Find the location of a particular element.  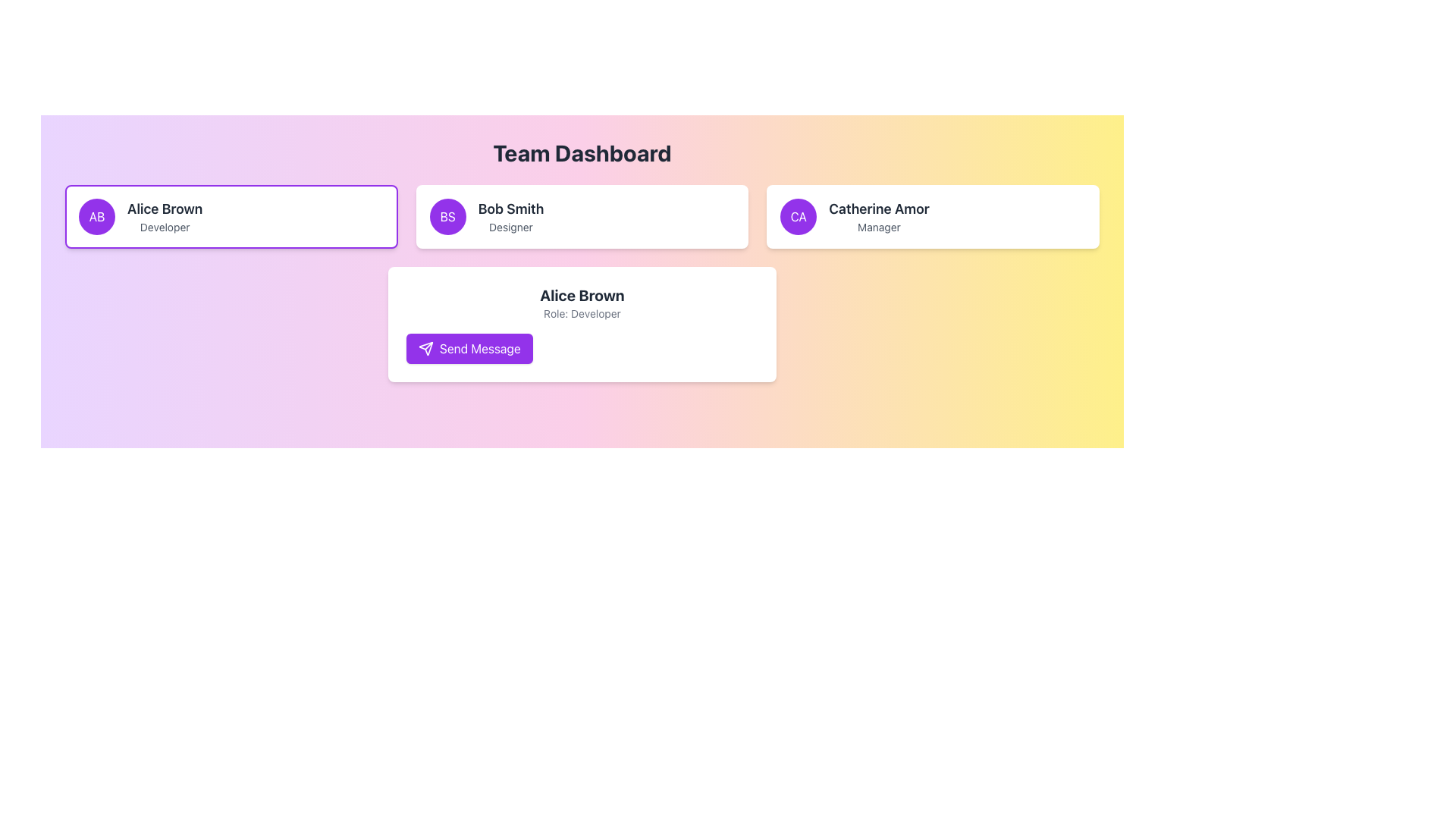

the text label displaying the name 'Catherine Amor', which is positioned above the text 'Manager' and aligned with a purple circular icon with initials 'CA' is located at coordinates (879, 209).